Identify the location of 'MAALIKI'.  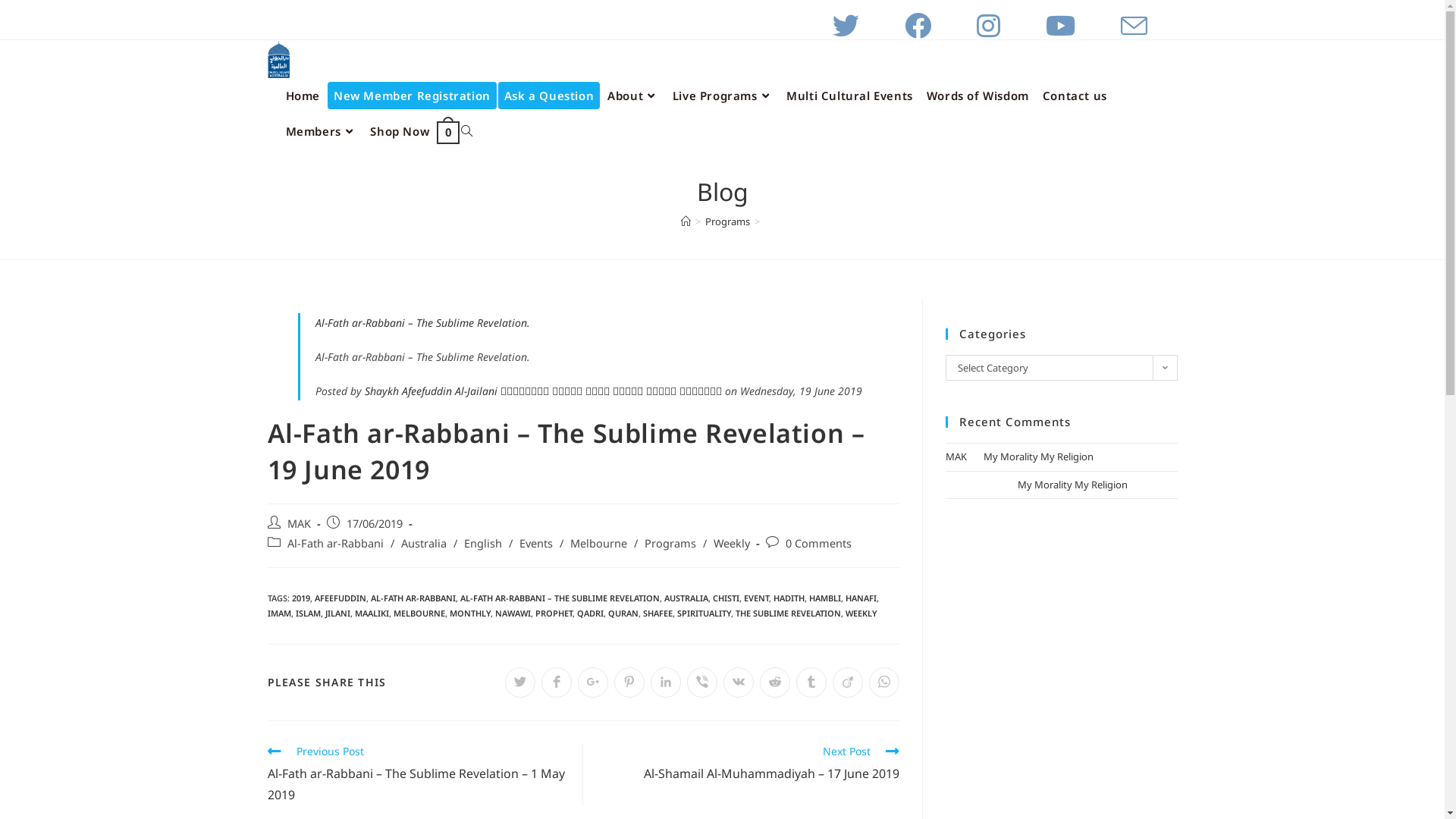
(372, 612).